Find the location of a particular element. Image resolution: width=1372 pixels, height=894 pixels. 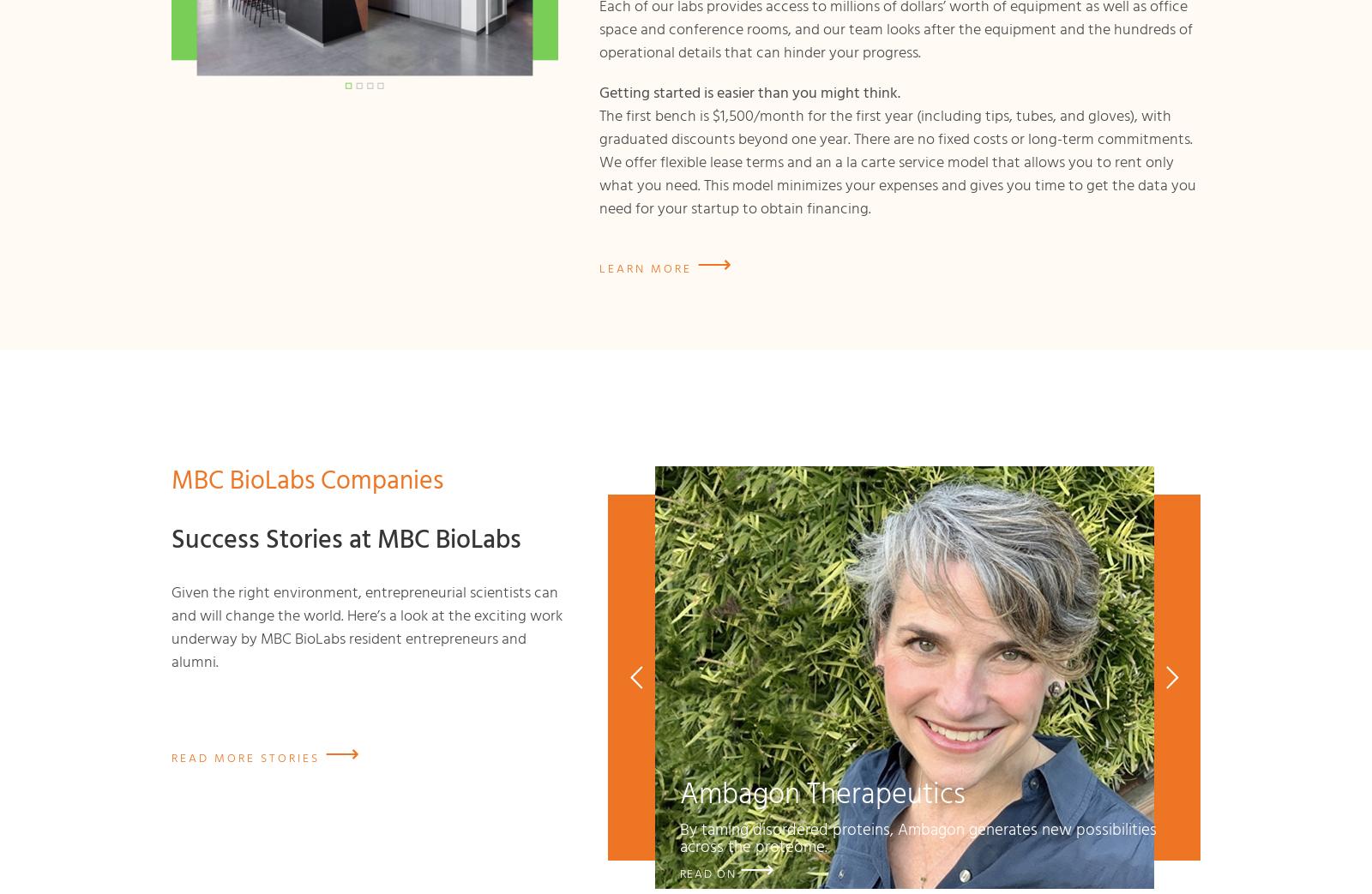

'Mammoth Biosciences' is located at coordinates (922, 873).